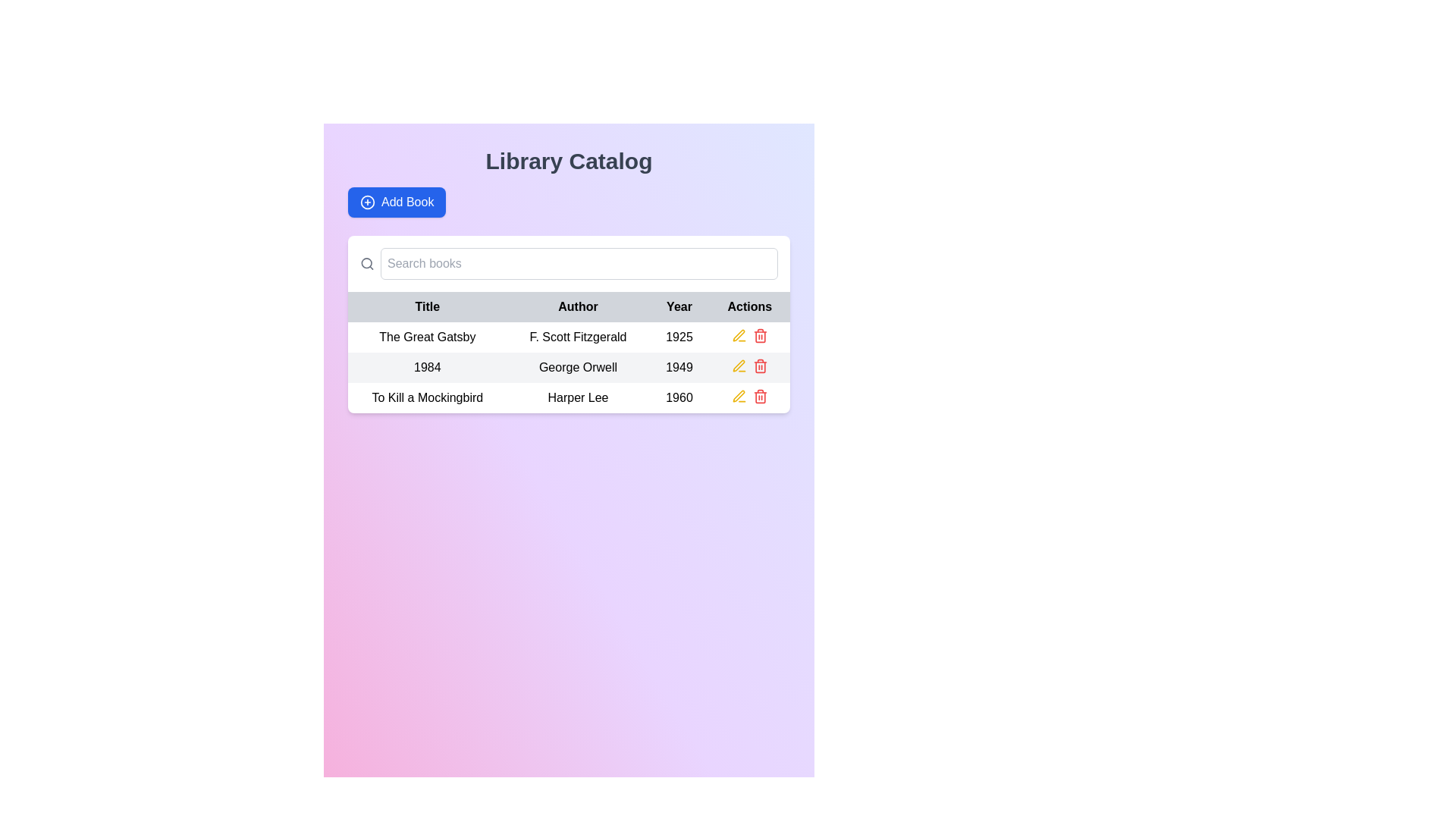  Describe the element at coordinates (426, 368) in the screenshot. I see `text value from the Text label displaying '1984' in black font, centrally aligned in the second row of the table under the 'Title' column` at that location.